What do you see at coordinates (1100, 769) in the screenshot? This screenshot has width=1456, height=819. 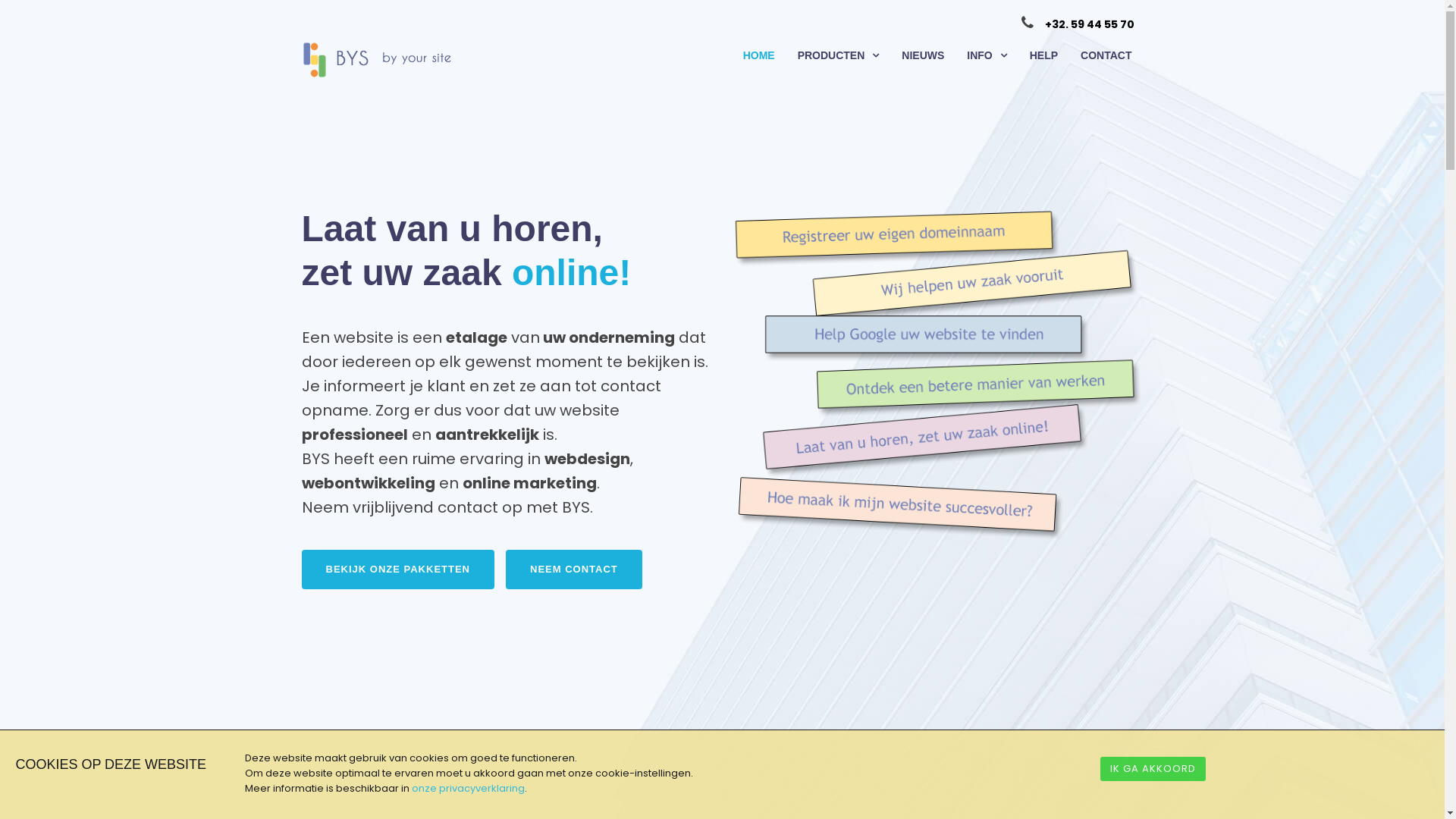 I see `'IK GA AKKOORD'` at bounding box center [1100, 769].